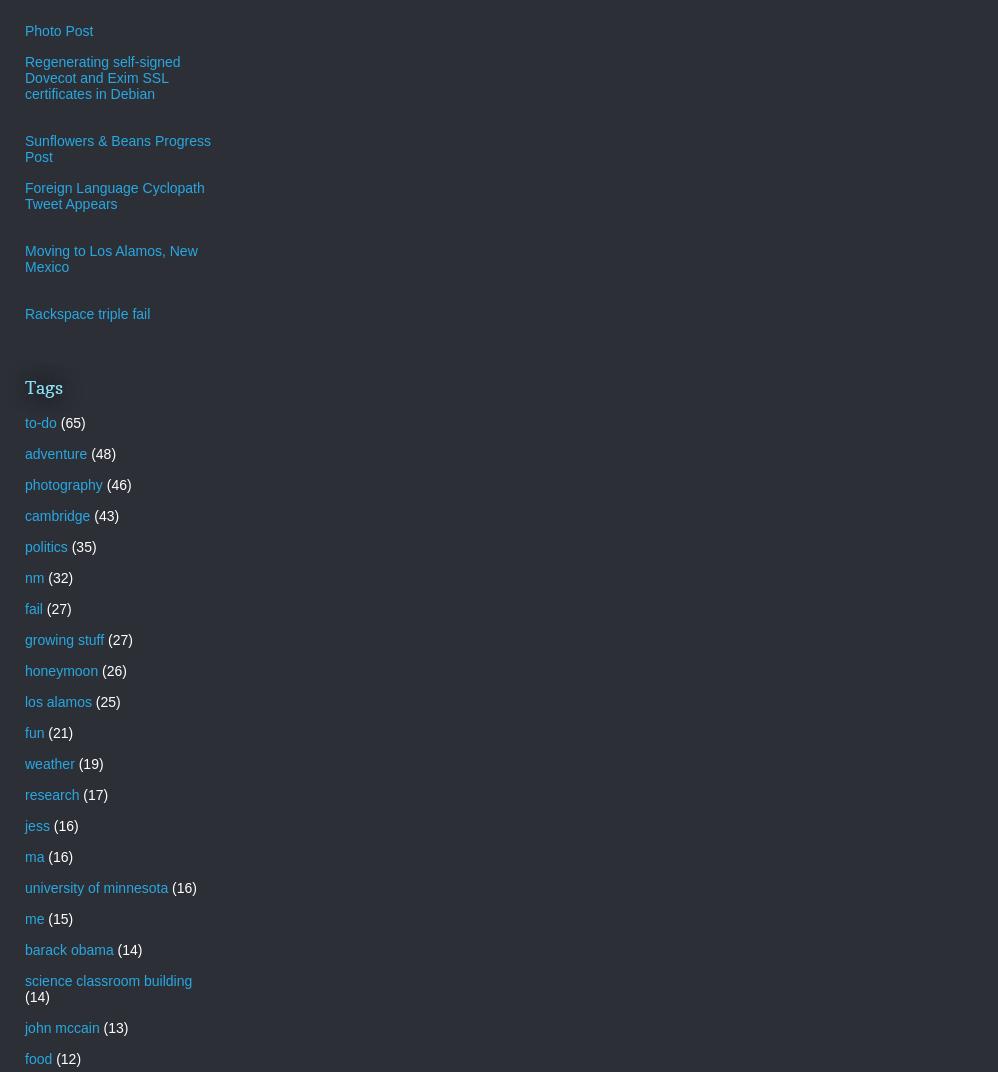 The height and width of the screenshot is (1072, 998). Describe the element at coordinates (38, 1057) in the screenshot. I see `'food'` at that location.